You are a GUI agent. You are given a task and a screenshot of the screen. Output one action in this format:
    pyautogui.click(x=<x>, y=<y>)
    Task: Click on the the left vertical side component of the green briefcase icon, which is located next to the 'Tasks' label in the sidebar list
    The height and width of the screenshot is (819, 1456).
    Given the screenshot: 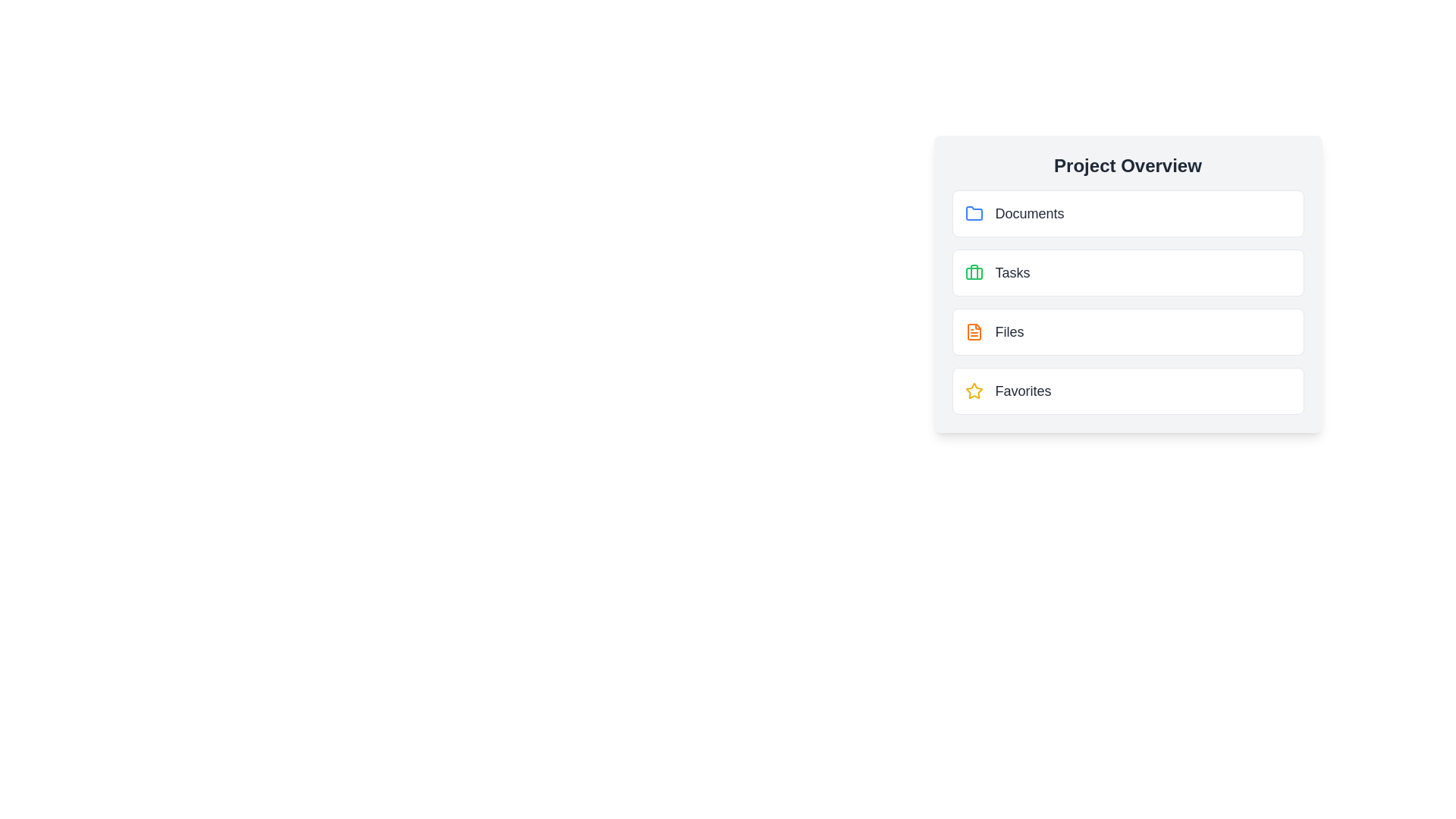 What is the action you would take?
    pyautogui.click(x=974, y=271)
    